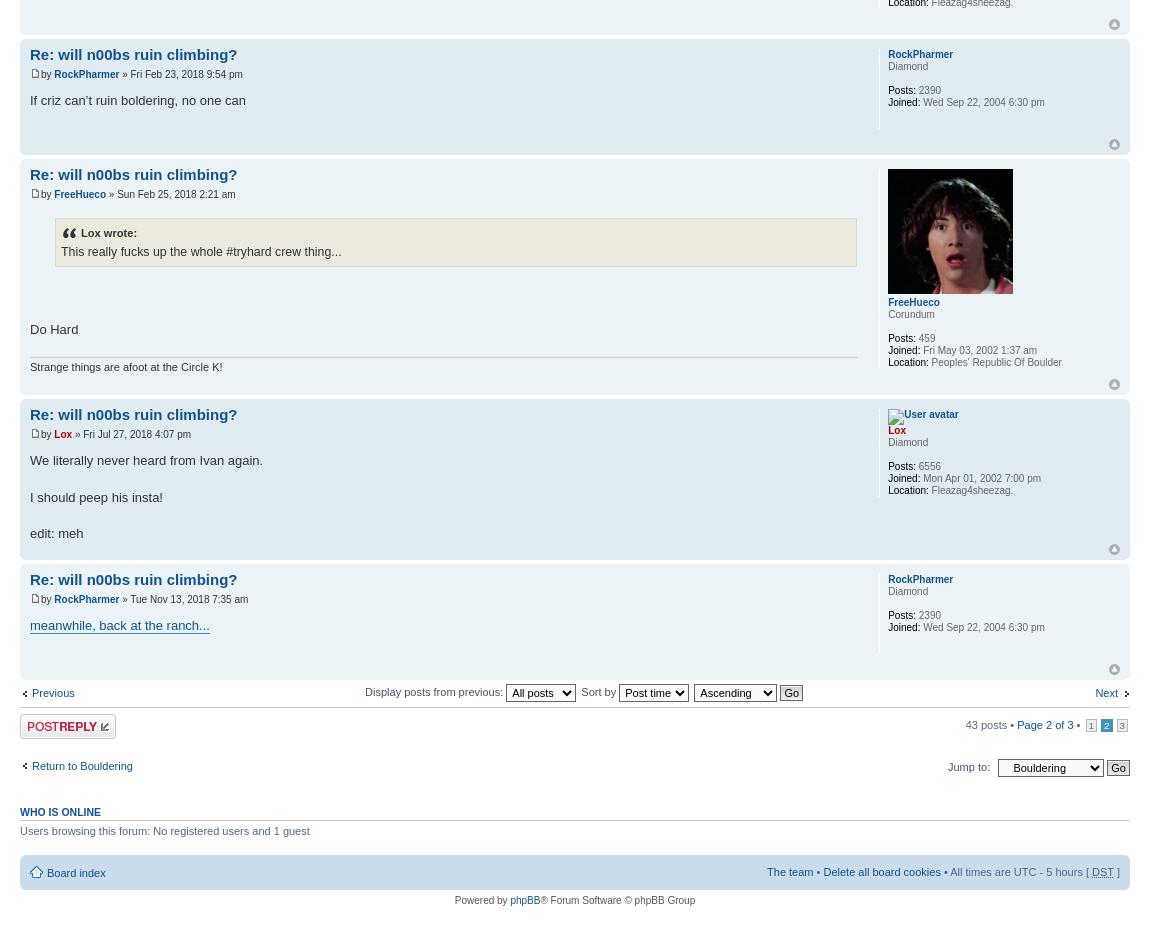  Describe the element at coordinates (1095, 692) in the screenshot. I see `'Next'` at that location.